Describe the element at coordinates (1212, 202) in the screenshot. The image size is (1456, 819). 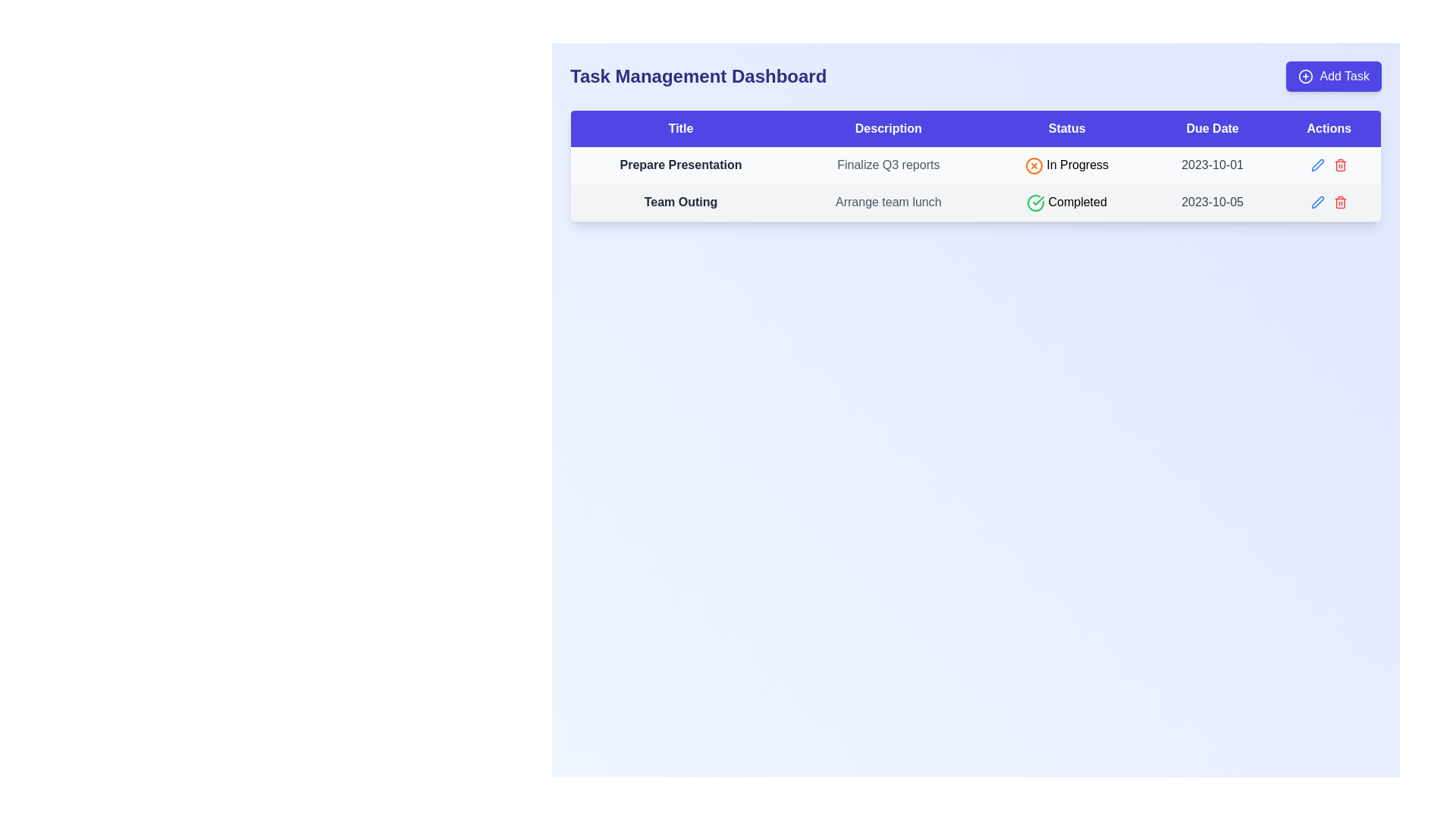
I see `the static text label displaying the date '2023-10-05', which is located in the 'Due Date' column of the table row for 'Team Outing'` at that location.